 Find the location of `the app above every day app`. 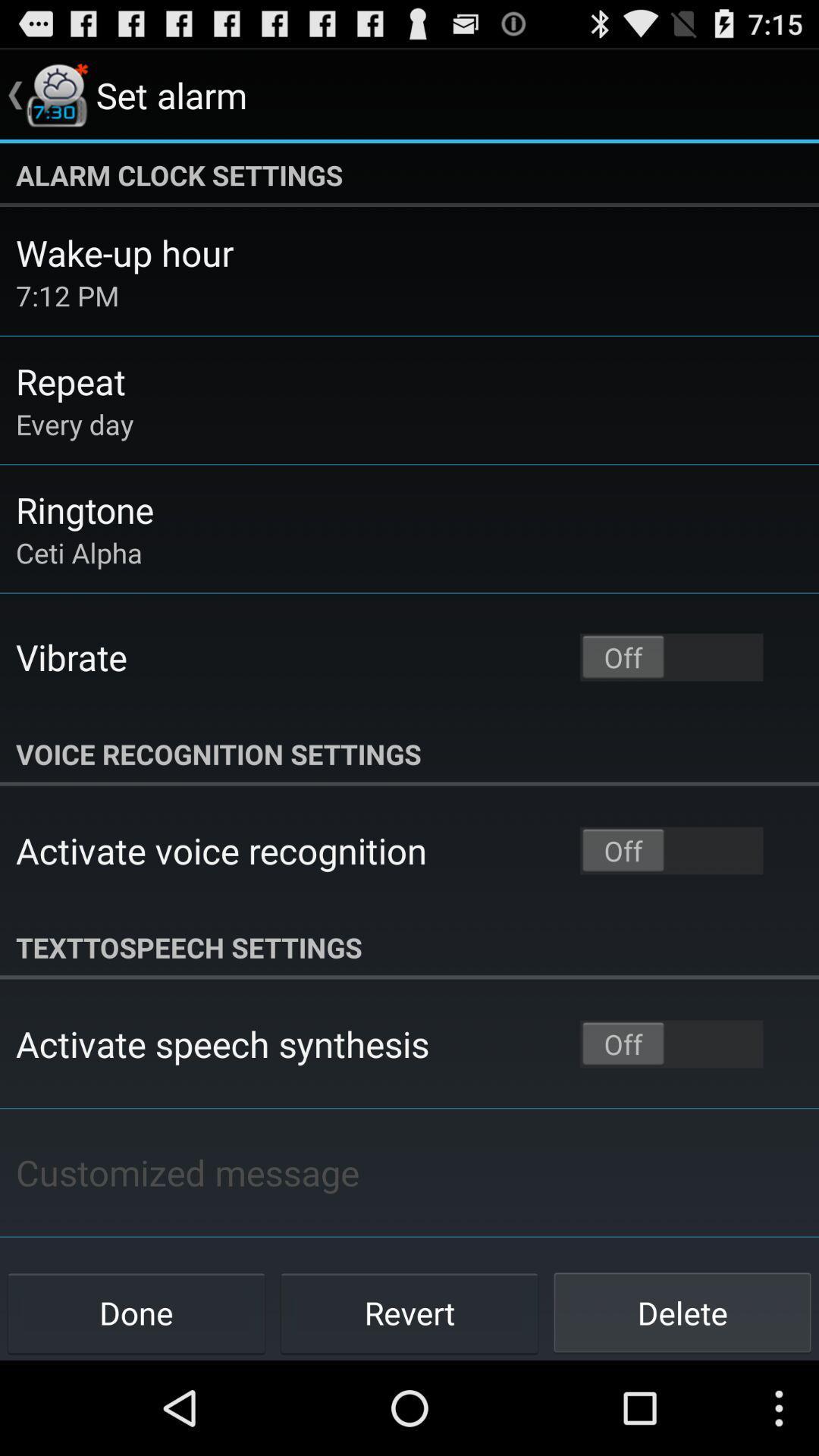

the app above every day app is located at coordinates (71, 381).